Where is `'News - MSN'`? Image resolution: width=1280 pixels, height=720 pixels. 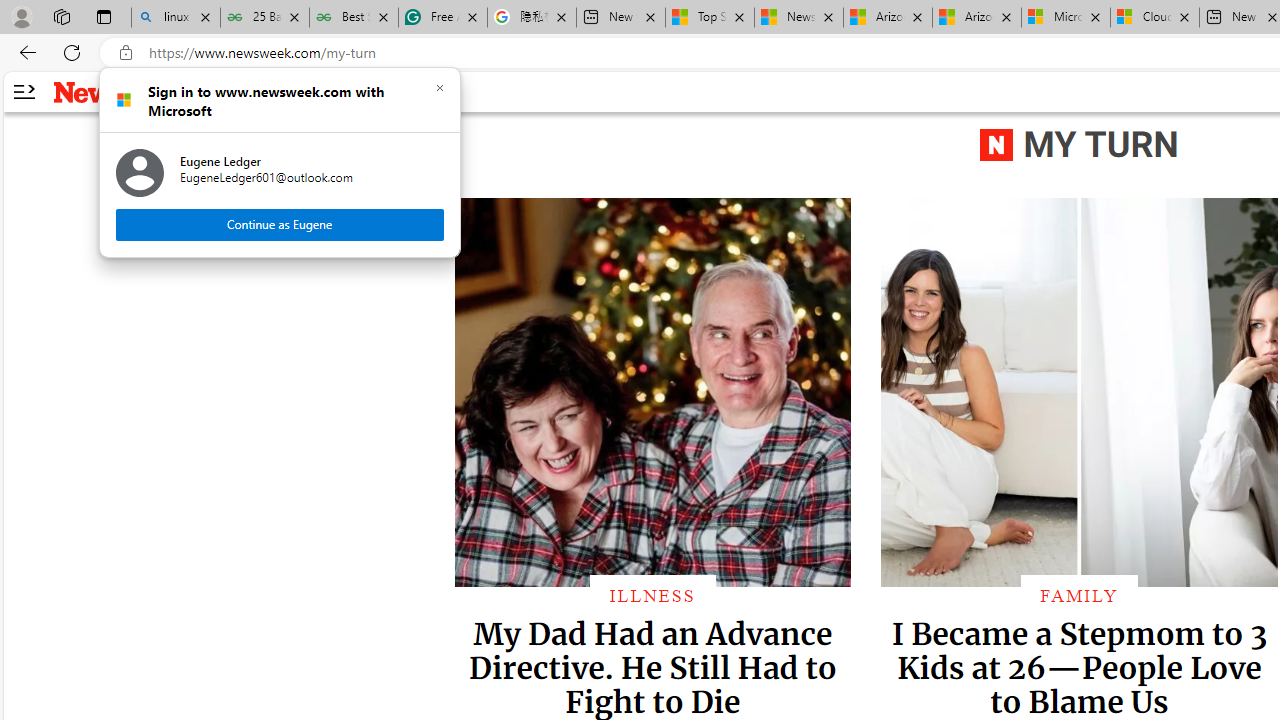
'News - MSN' is located at coordinates (798, 17).